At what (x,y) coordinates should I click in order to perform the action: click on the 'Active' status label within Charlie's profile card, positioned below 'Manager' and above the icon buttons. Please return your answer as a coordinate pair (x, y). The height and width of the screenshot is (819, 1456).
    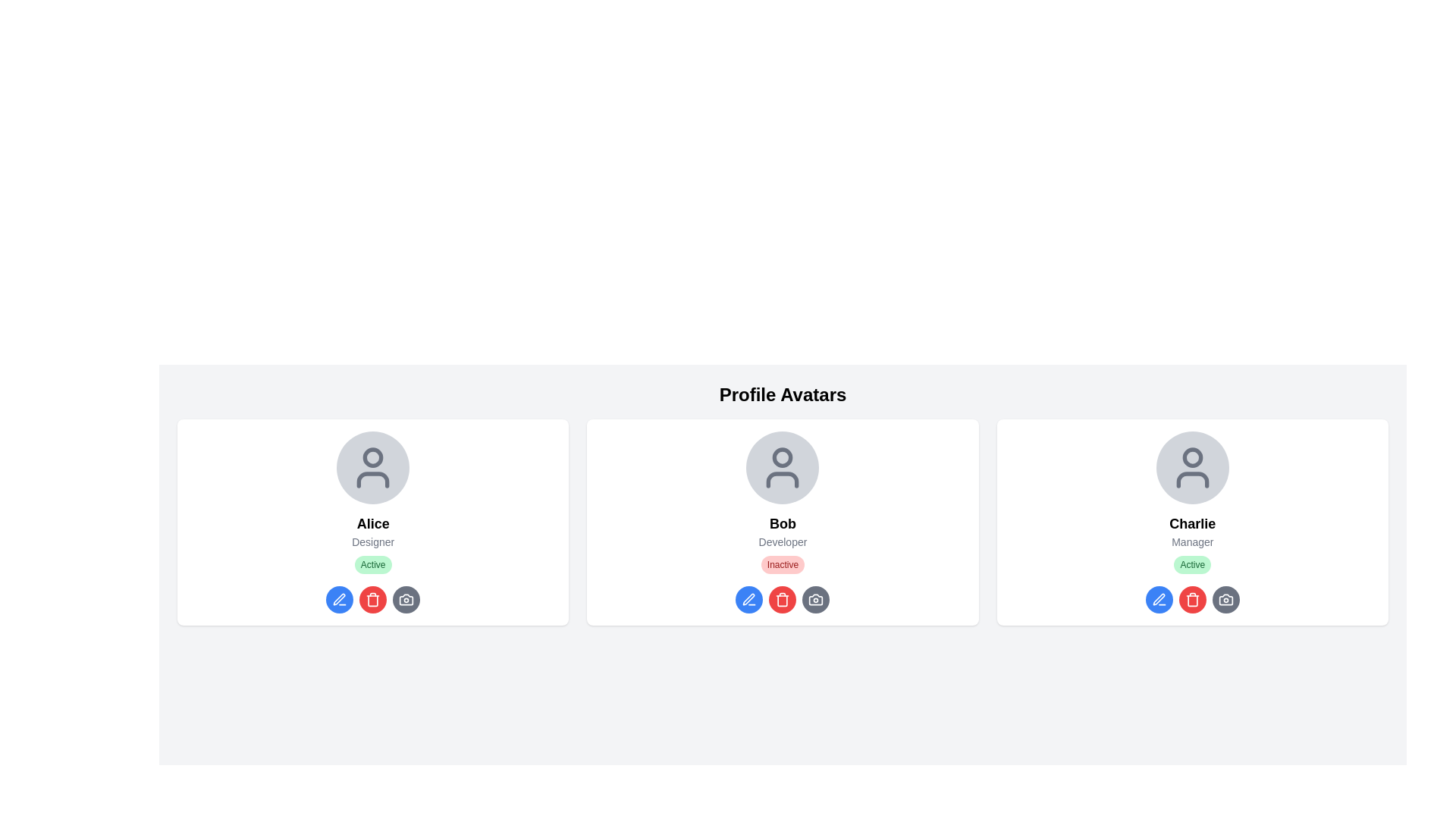
    Looking at the image, I should click on (1191, 564).